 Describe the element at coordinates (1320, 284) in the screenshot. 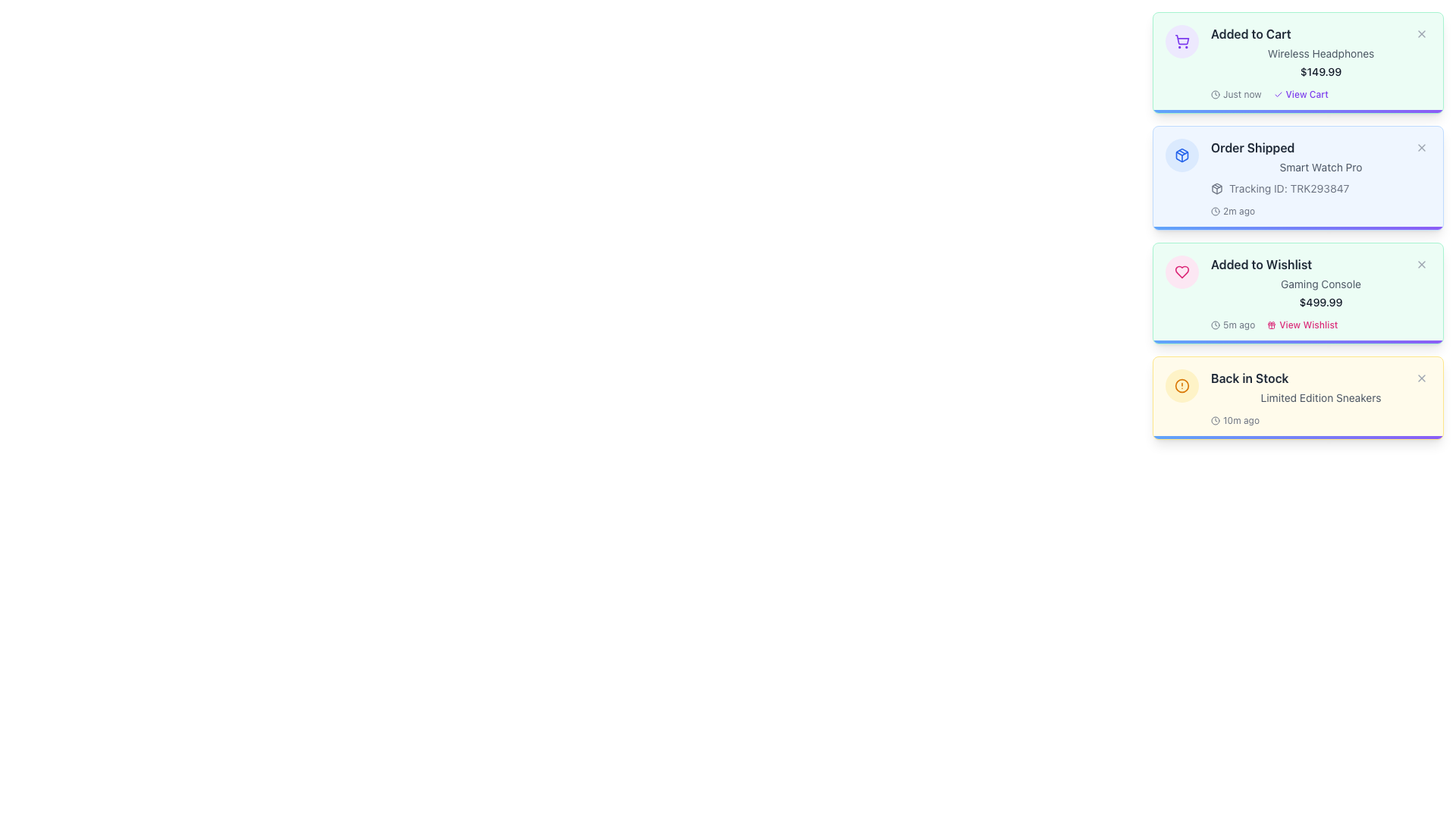

I see `the static text label that describes the product added to the wishlist, located beneath the 'Added to Wishlist' header and above the price '$499.99'` at that location.